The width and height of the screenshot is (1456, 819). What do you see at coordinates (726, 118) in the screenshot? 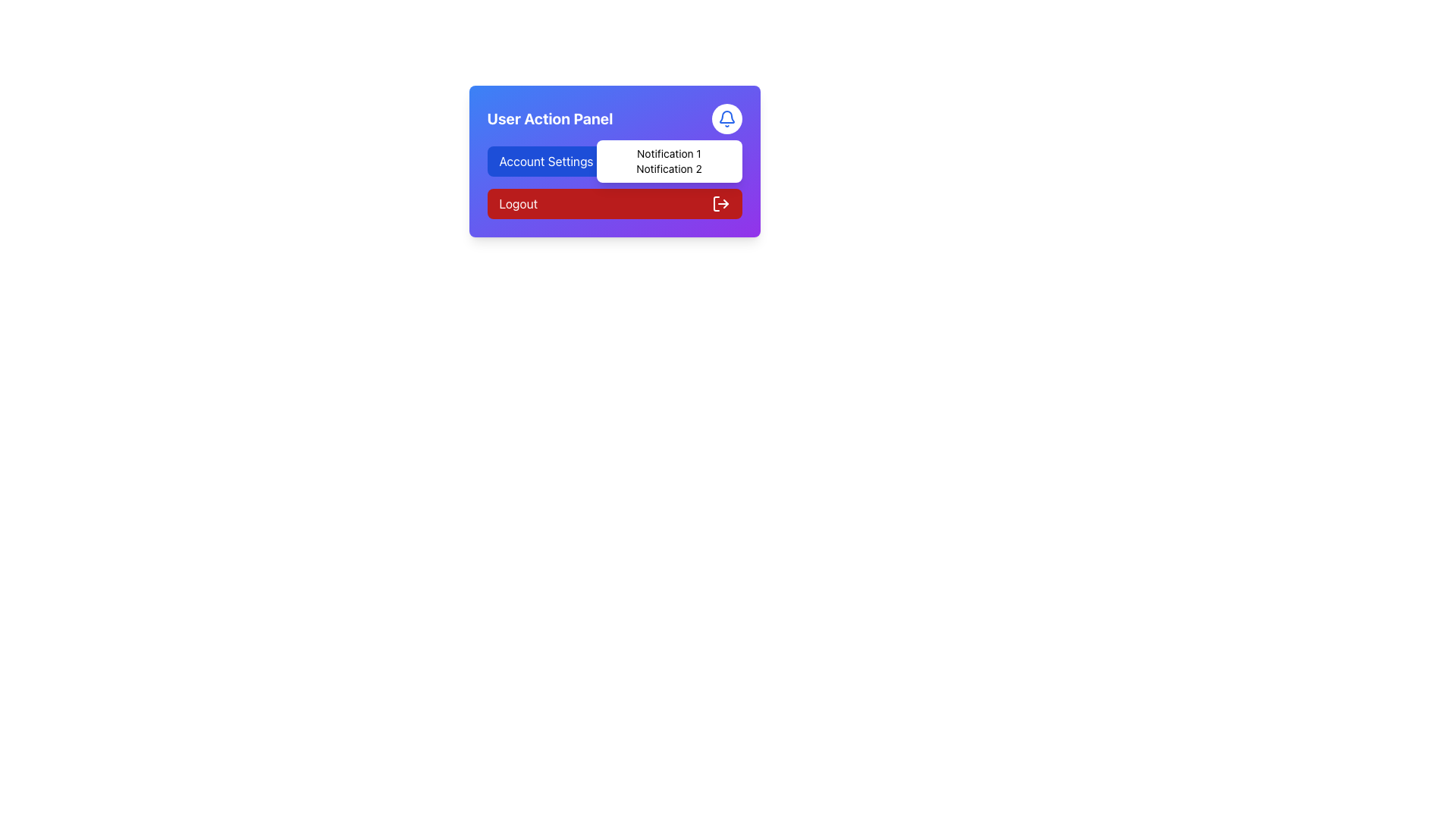
I see `the circular icon button in the top right corner of the user action panel` at bounding box center [726, 118].